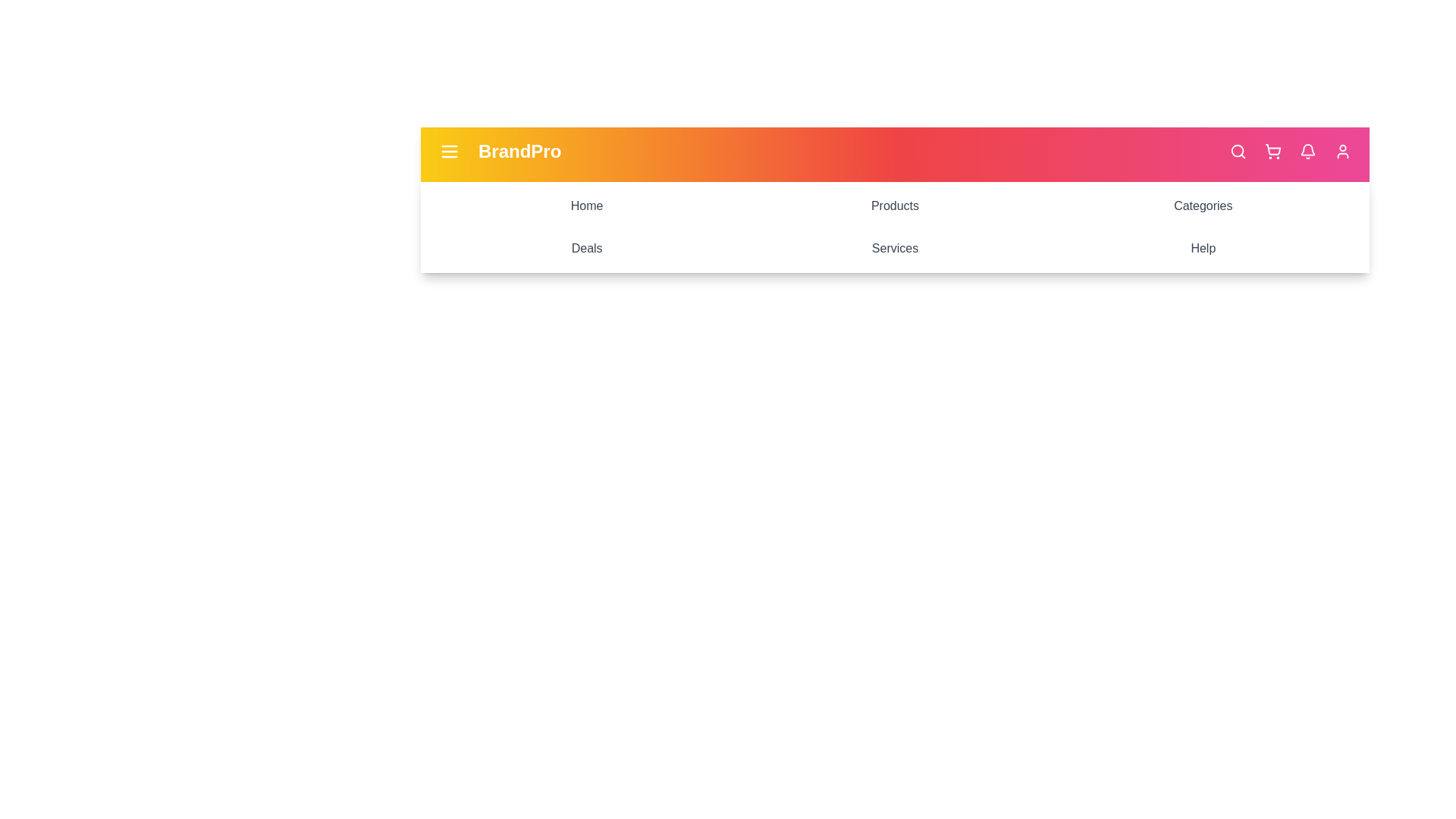 This screenshot has height=819, width=1456. I want to click on the cart icon in the app bar, so click(1273, 152).